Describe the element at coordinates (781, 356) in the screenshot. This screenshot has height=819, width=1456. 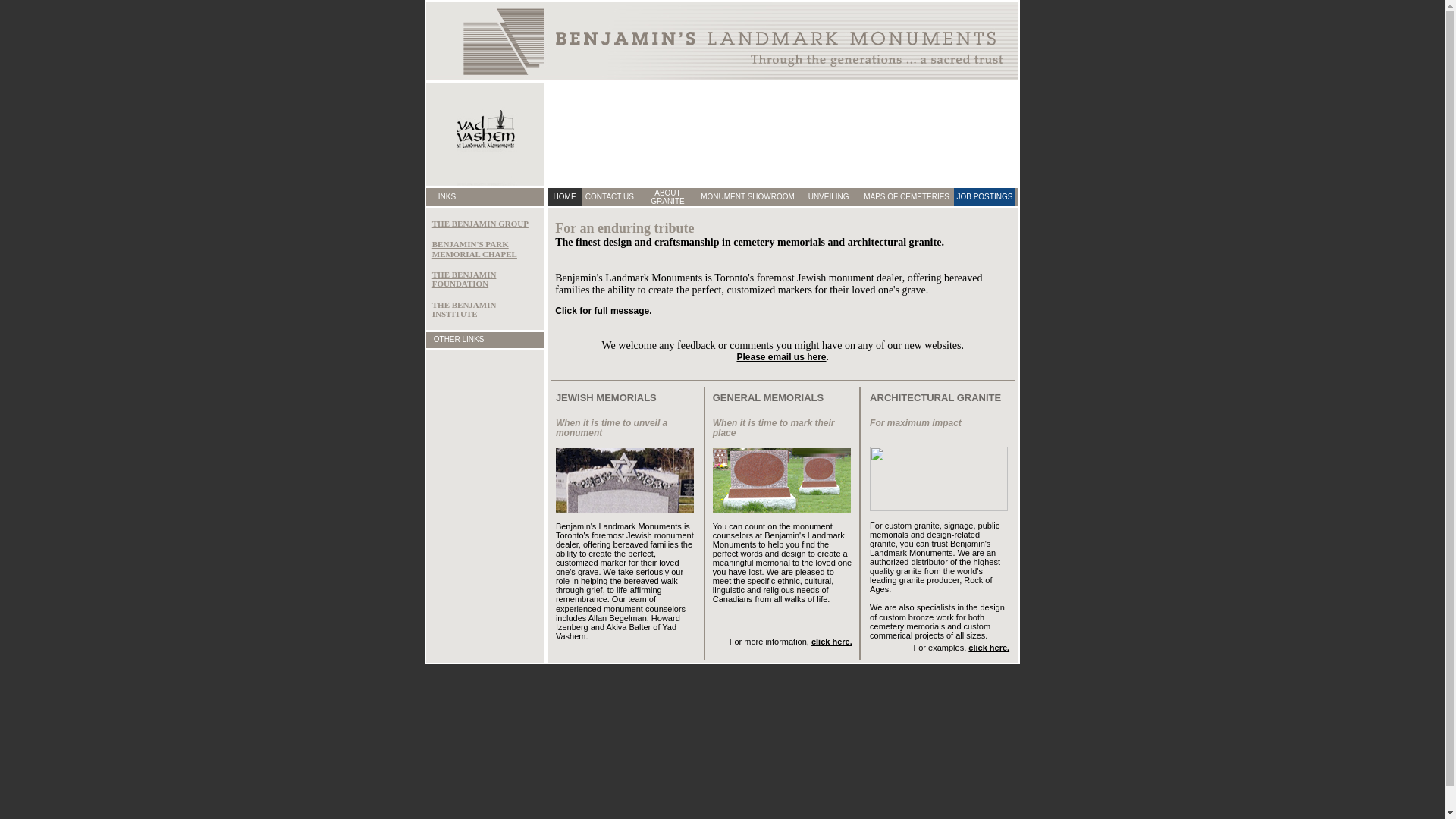
I see `'Please email us here'` at that location.